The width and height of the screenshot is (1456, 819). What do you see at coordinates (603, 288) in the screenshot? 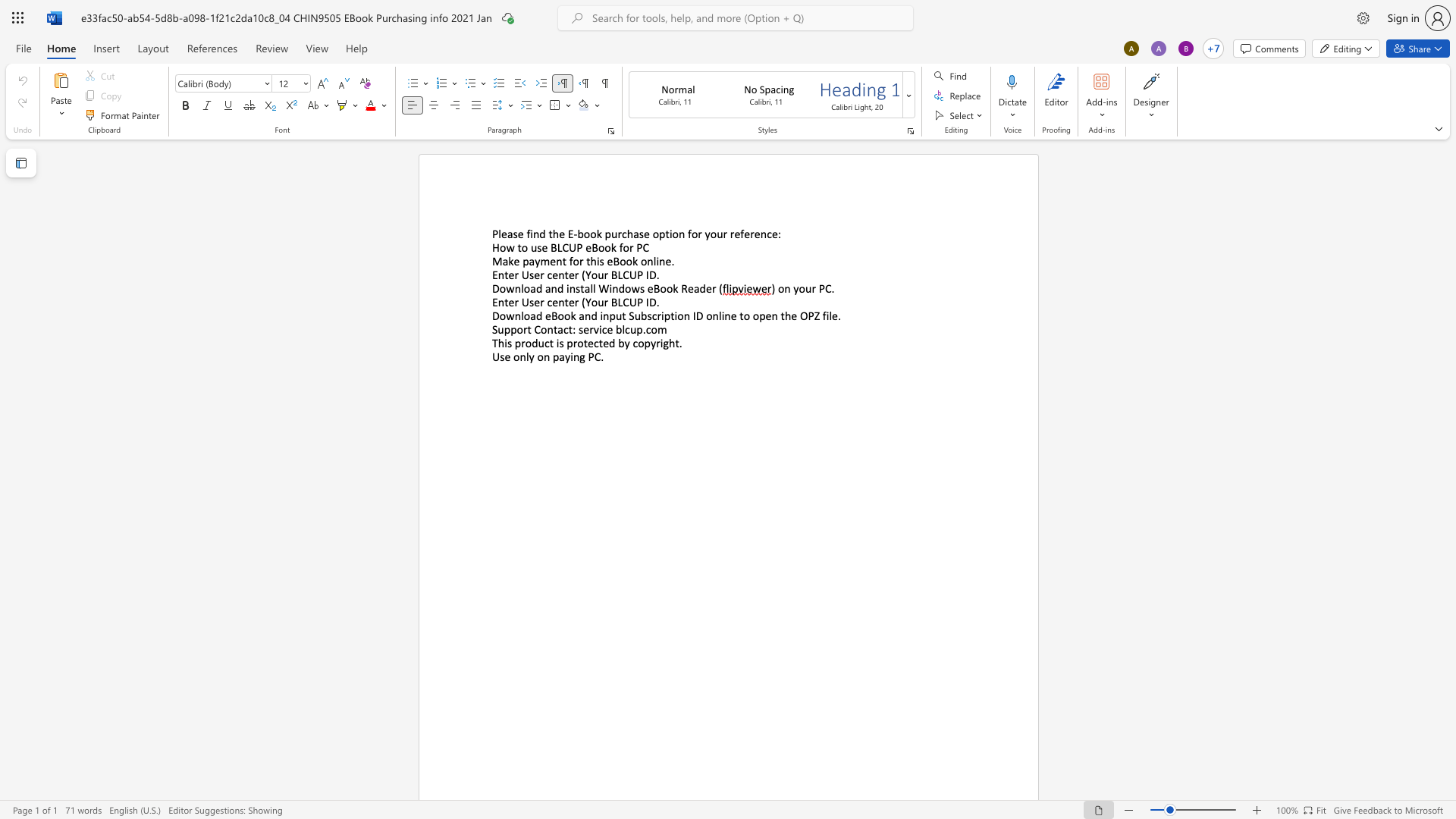
I see `the 1th character "W" in the text` at bounding box center [603, 288].